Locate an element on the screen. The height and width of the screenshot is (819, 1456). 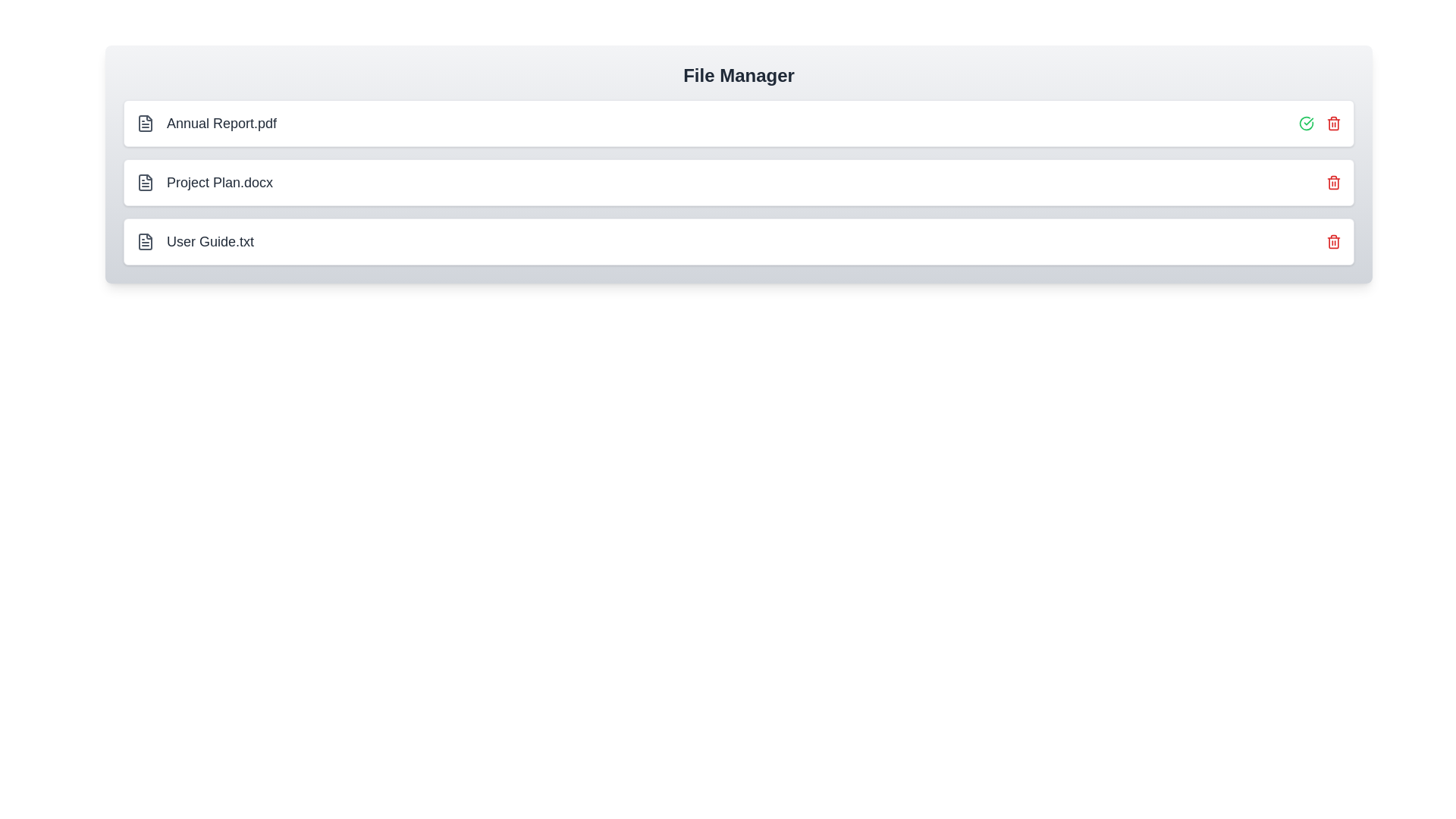
the File entry labeled 'Project Plan.docx', which is the second item in the vertical list of file entries in the file manager interface is located at coordinates (739, 181).